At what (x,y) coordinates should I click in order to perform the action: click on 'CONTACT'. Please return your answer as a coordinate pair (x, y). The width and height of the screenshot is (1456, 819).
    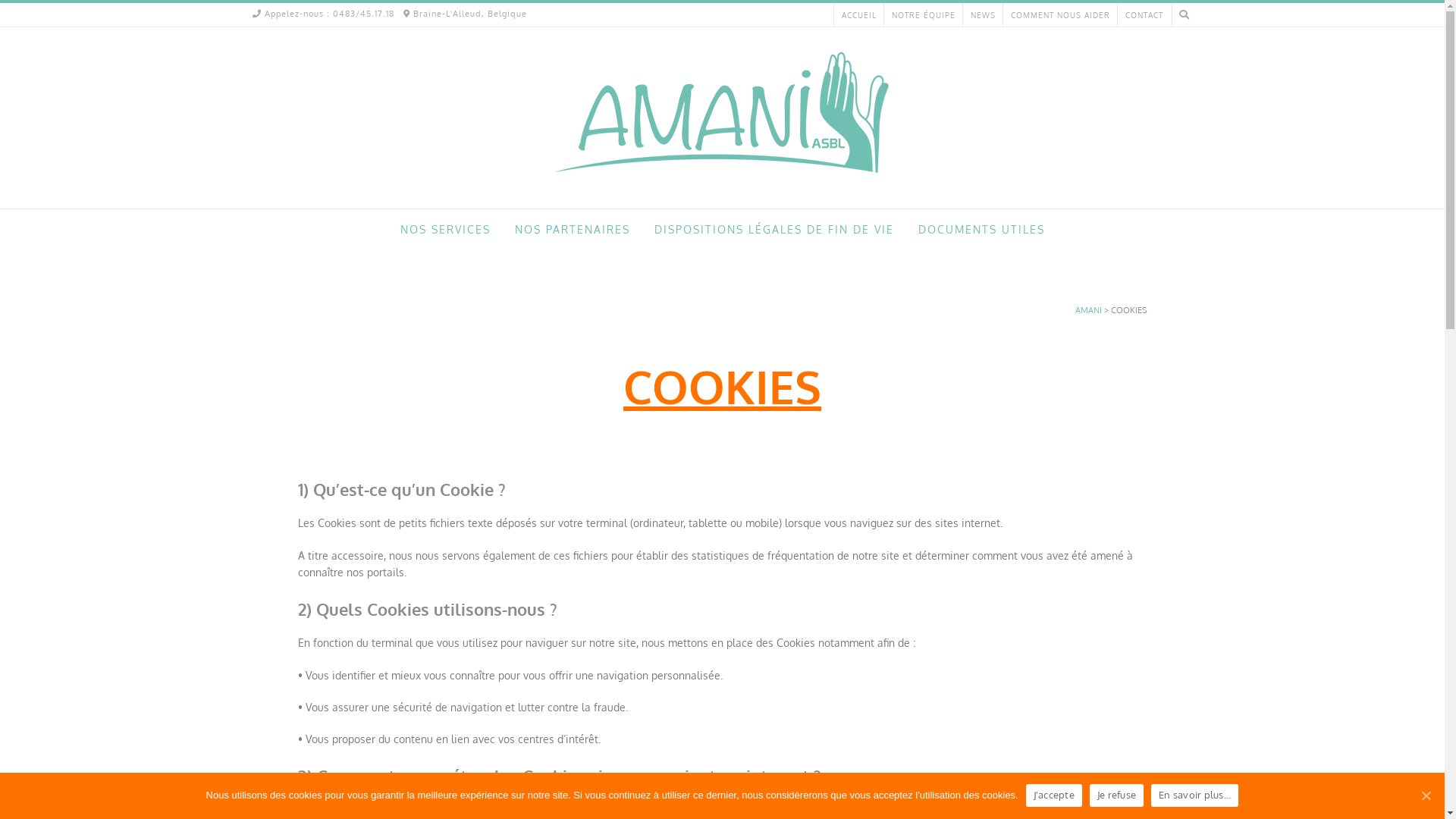
    Looking at the image, I should click on (1144, 14).